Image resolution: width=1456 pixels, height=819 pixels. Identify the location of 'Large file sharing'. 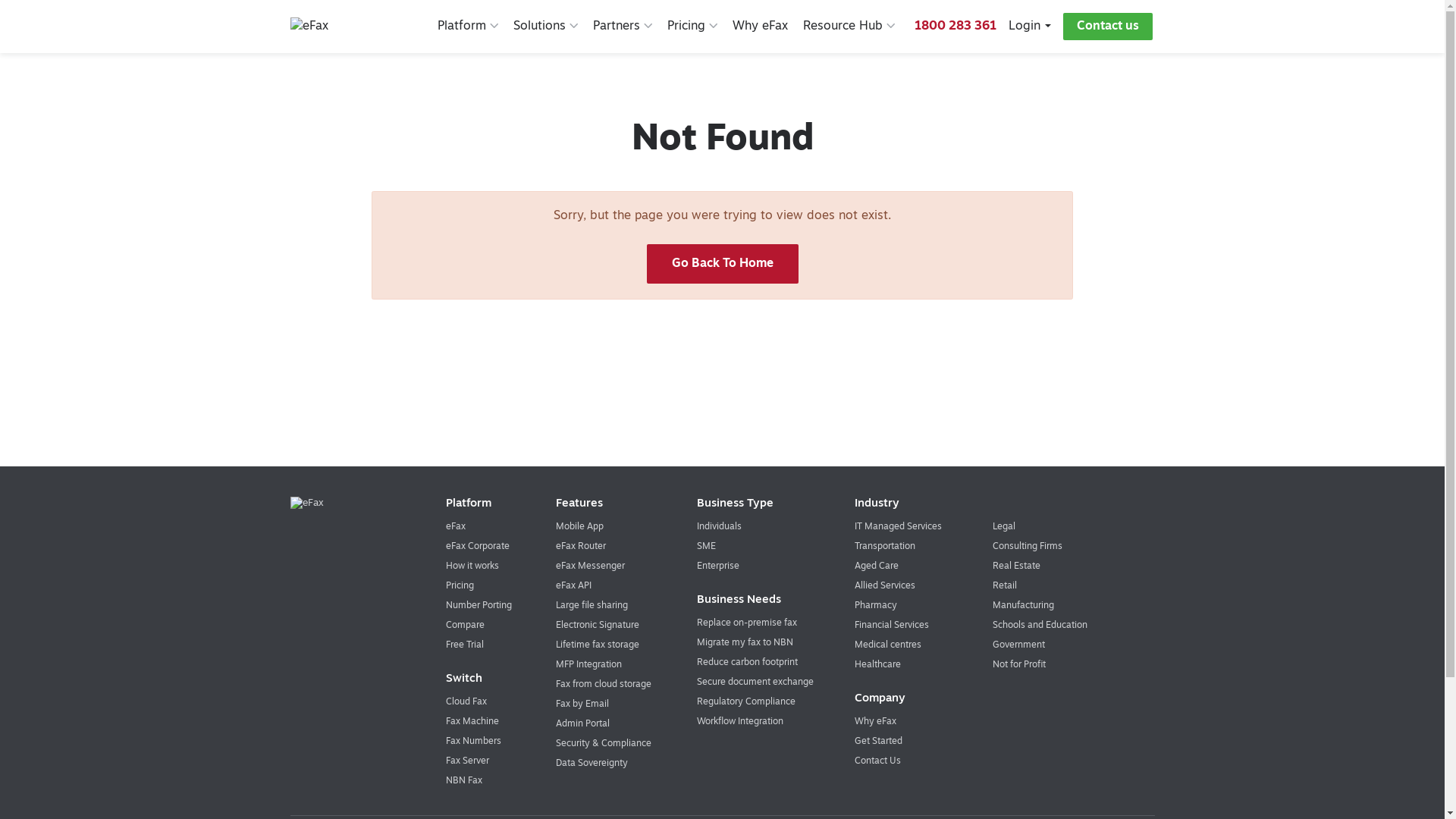
(591, 604).